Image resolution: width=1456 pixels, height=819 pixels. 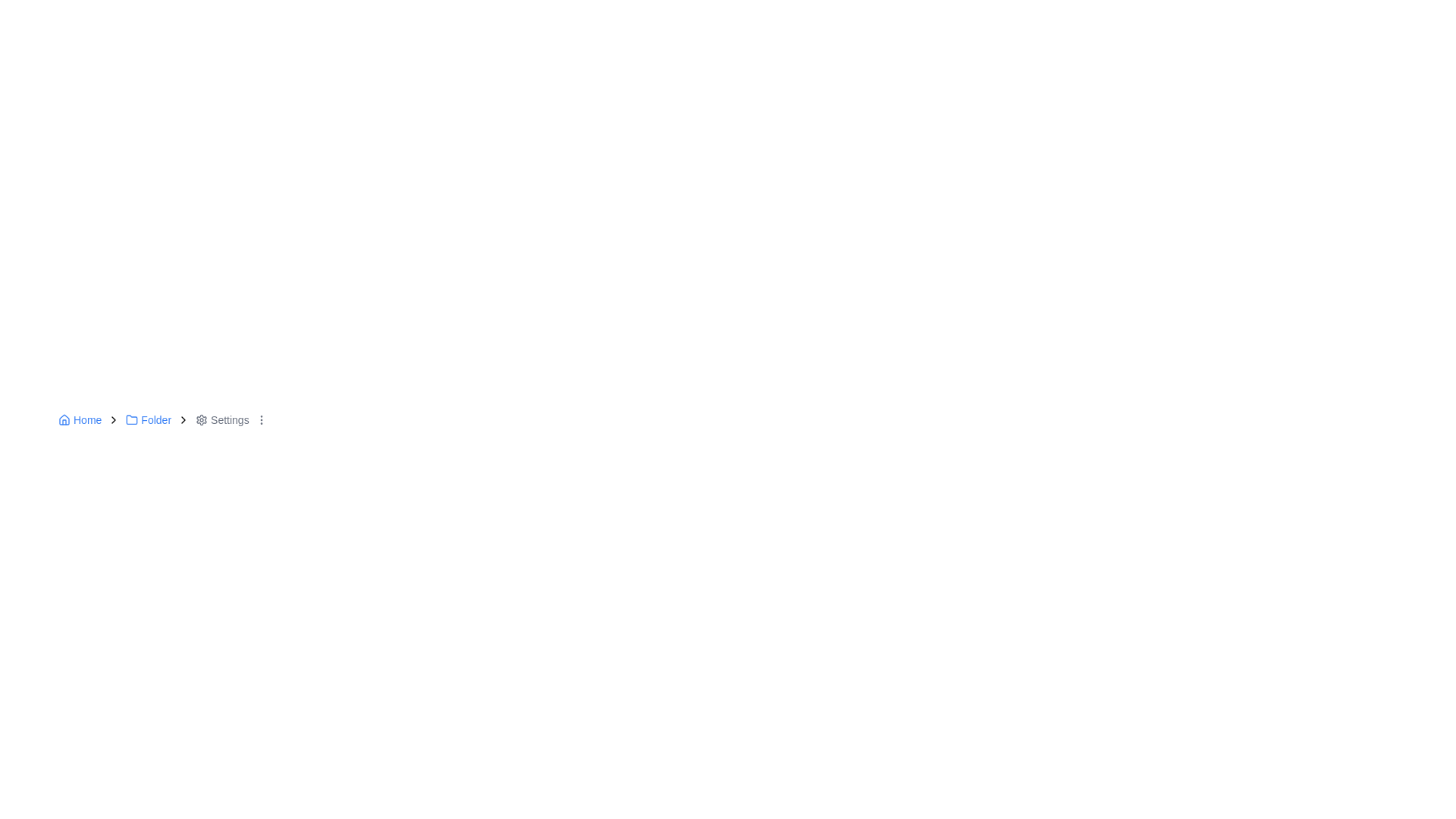 I want to click on the breadcrumb text label with icon, so click(x=221, y=420).